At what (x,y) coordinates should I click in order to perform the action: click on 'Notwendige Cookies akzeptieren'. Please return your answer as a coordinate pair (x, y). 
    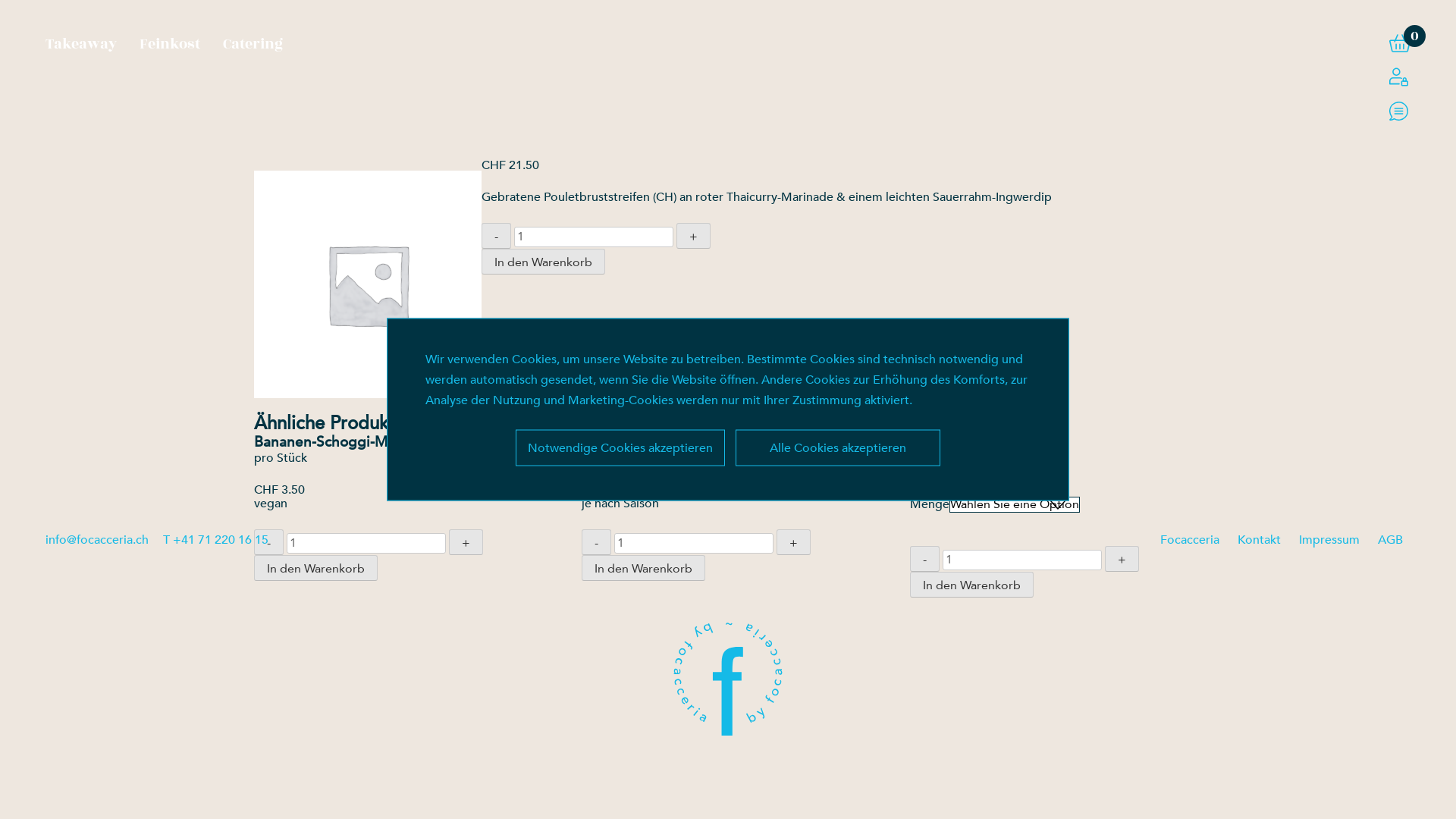
    Looking at the image, I should click on (620, 447).